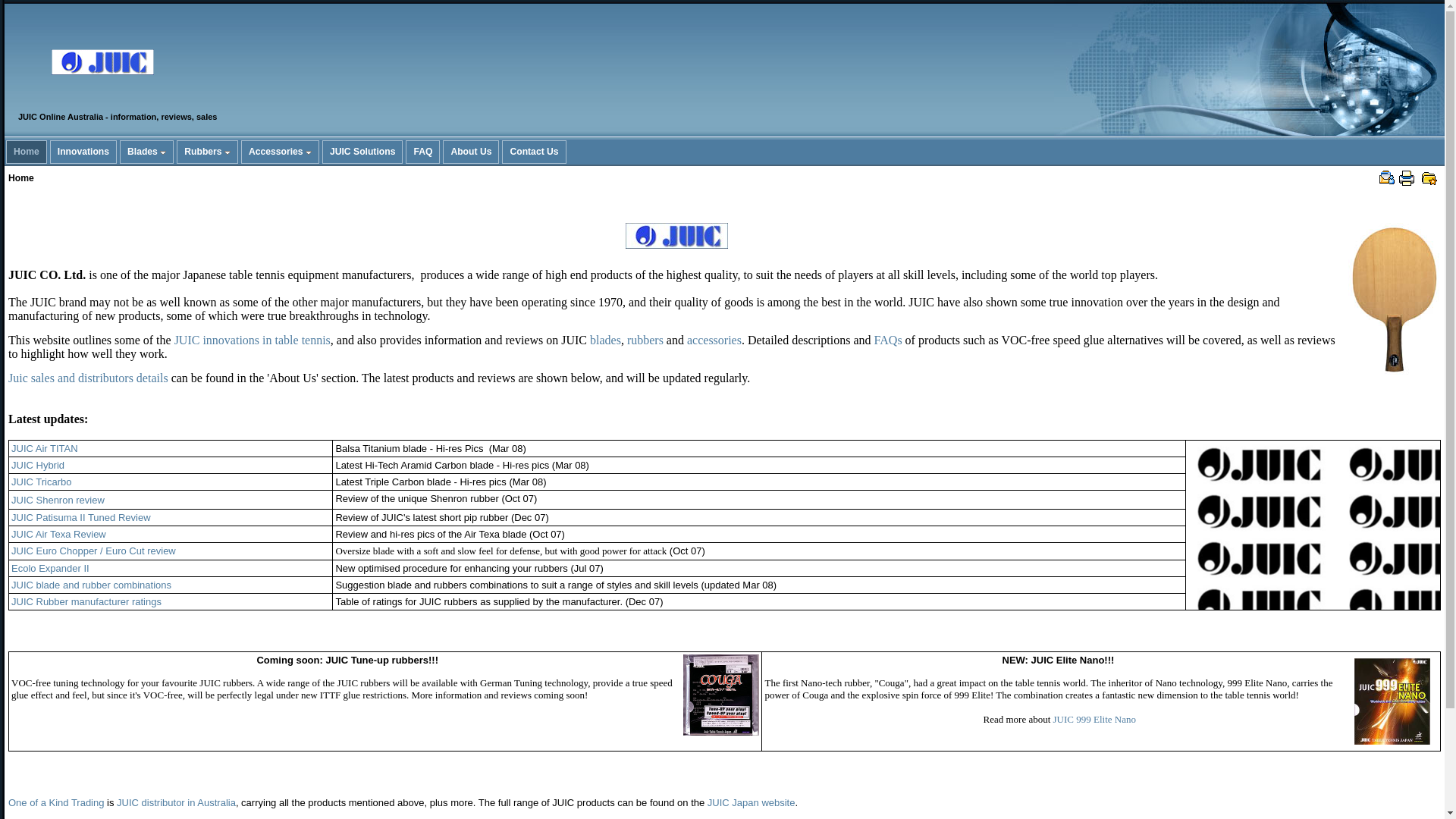  I want to click on 'Add to Favorite', so click(1429, 177).